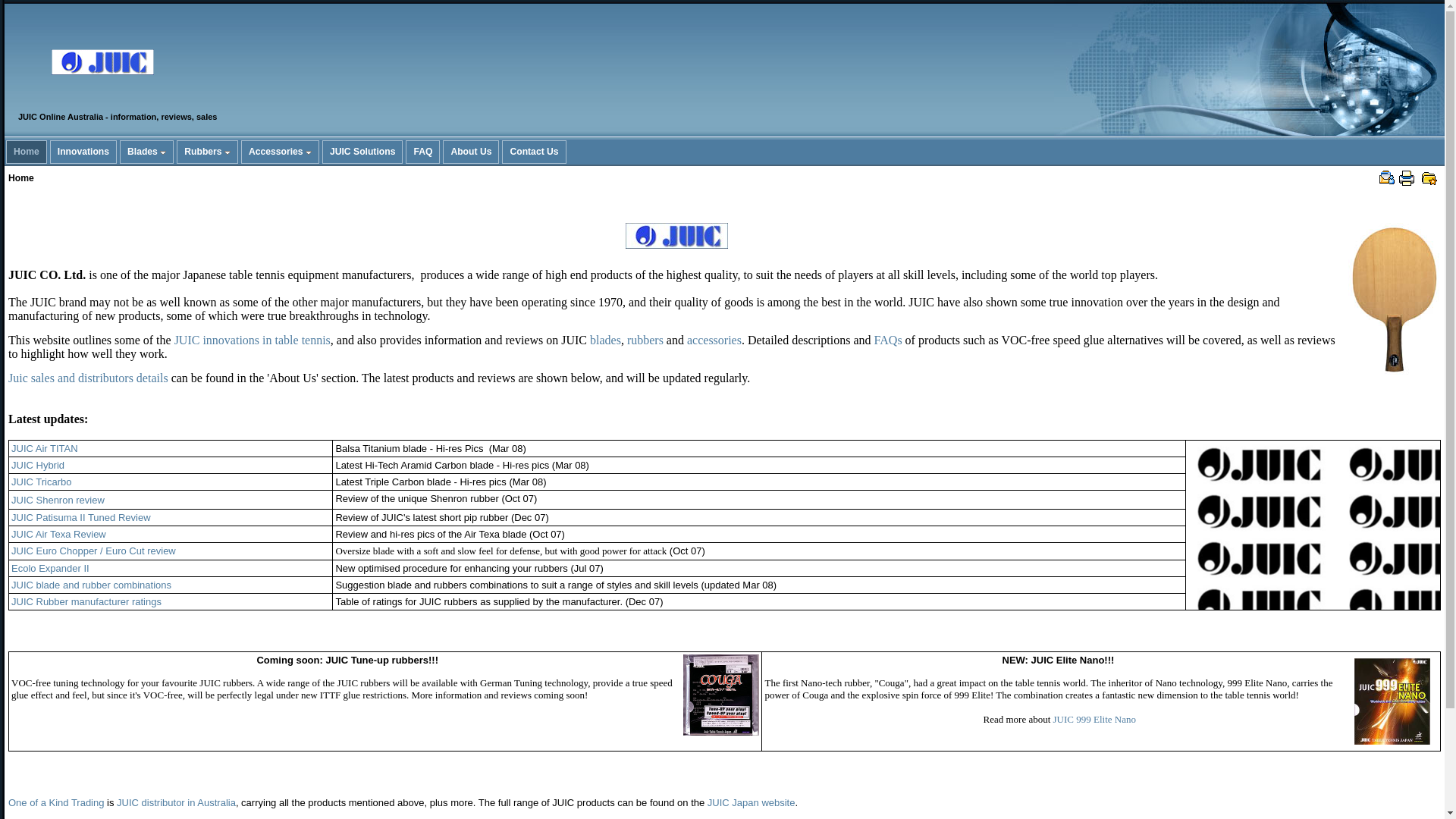  I want to click on 'Add to Favorite', so click(1429, 177).